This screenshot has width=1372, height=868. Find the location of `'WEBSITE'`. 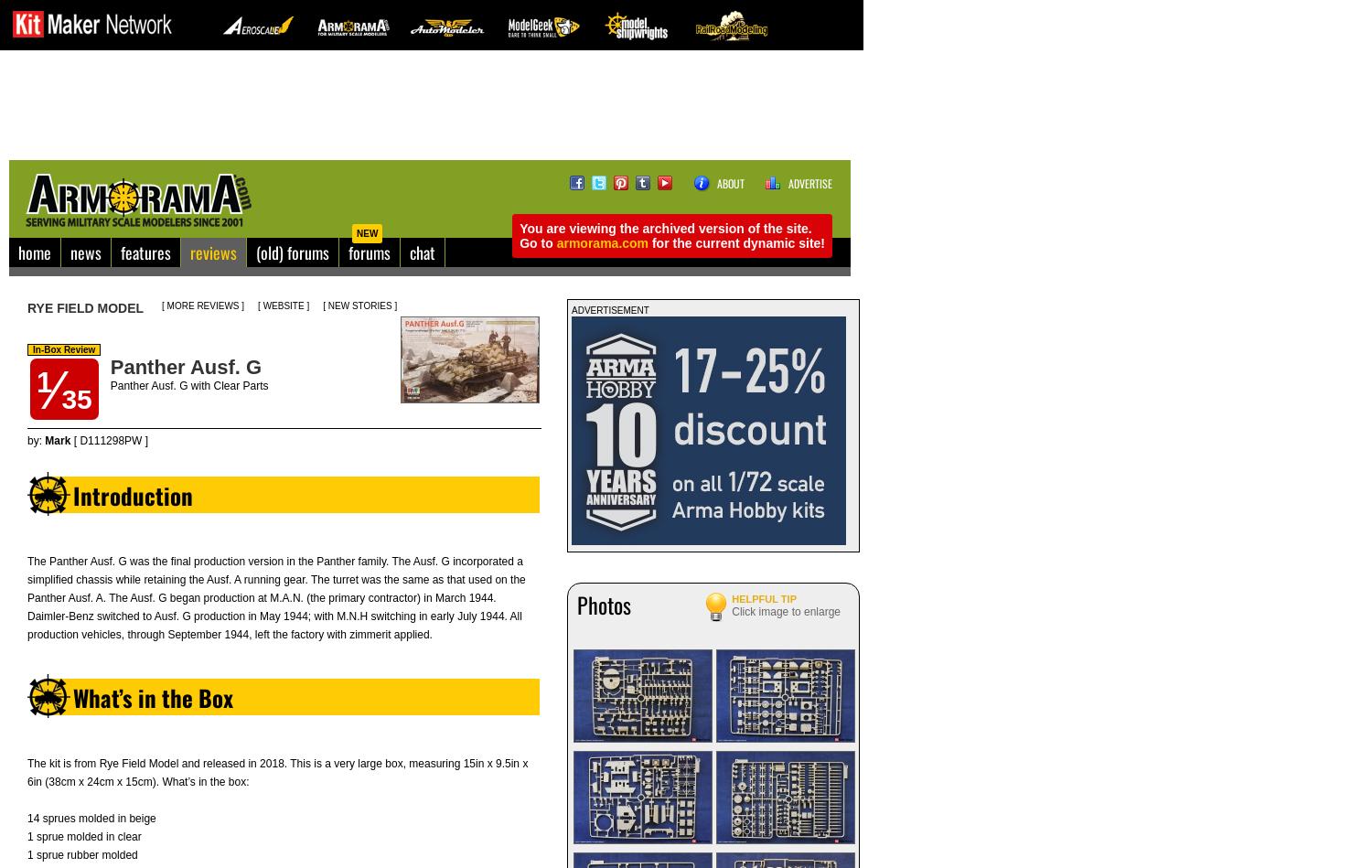

'WEBSITE' is located at coordinates (283, 305).